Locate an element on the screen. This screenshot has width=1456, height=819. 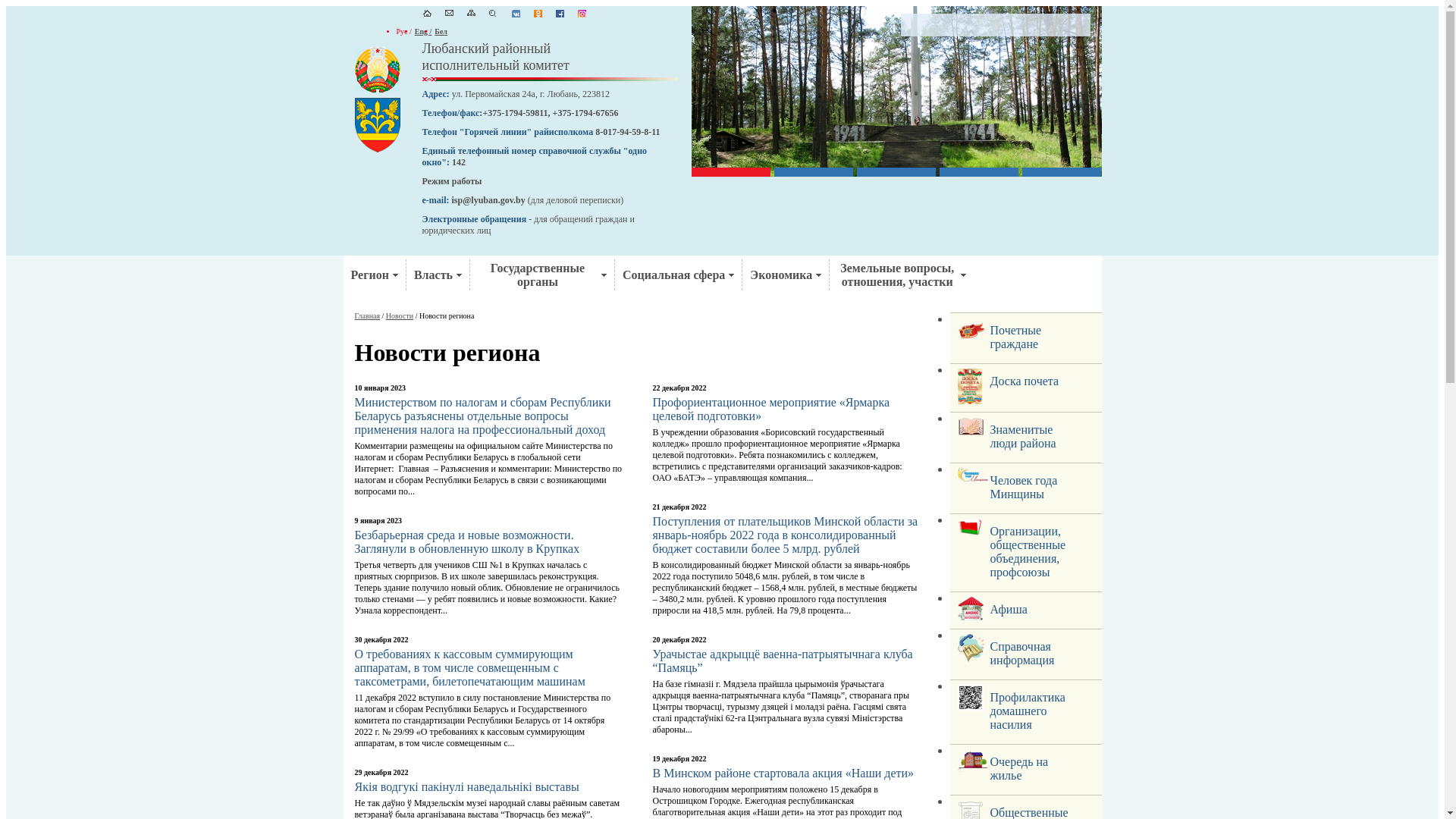
'ok' is located at coordinates (538, 14).